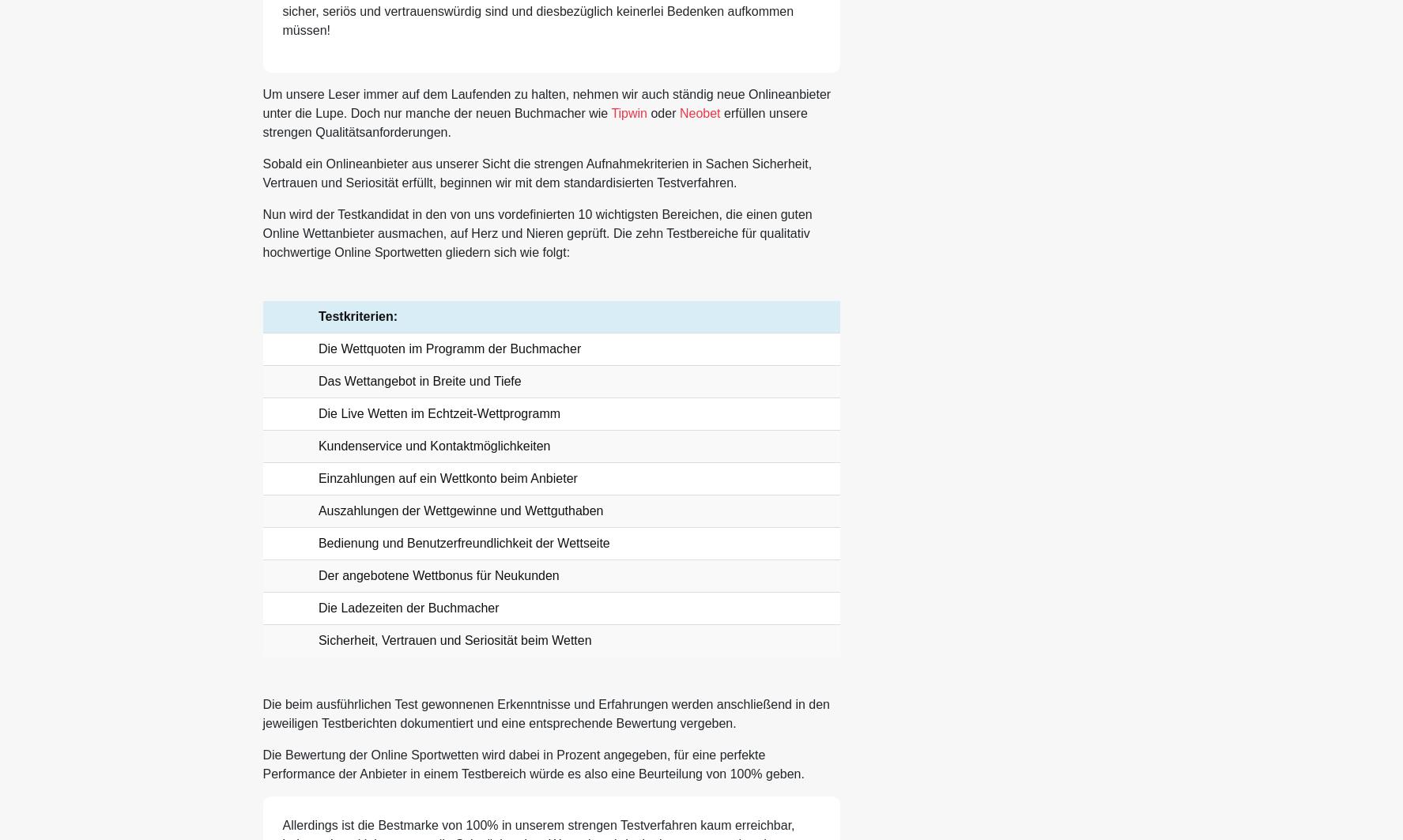 This screenshot has height=840, width=1403. Describe the element at coordinates (449, 348) in the screenshot. I see `'Die Wettquoten im Programm der Buchmacher'` at that location.